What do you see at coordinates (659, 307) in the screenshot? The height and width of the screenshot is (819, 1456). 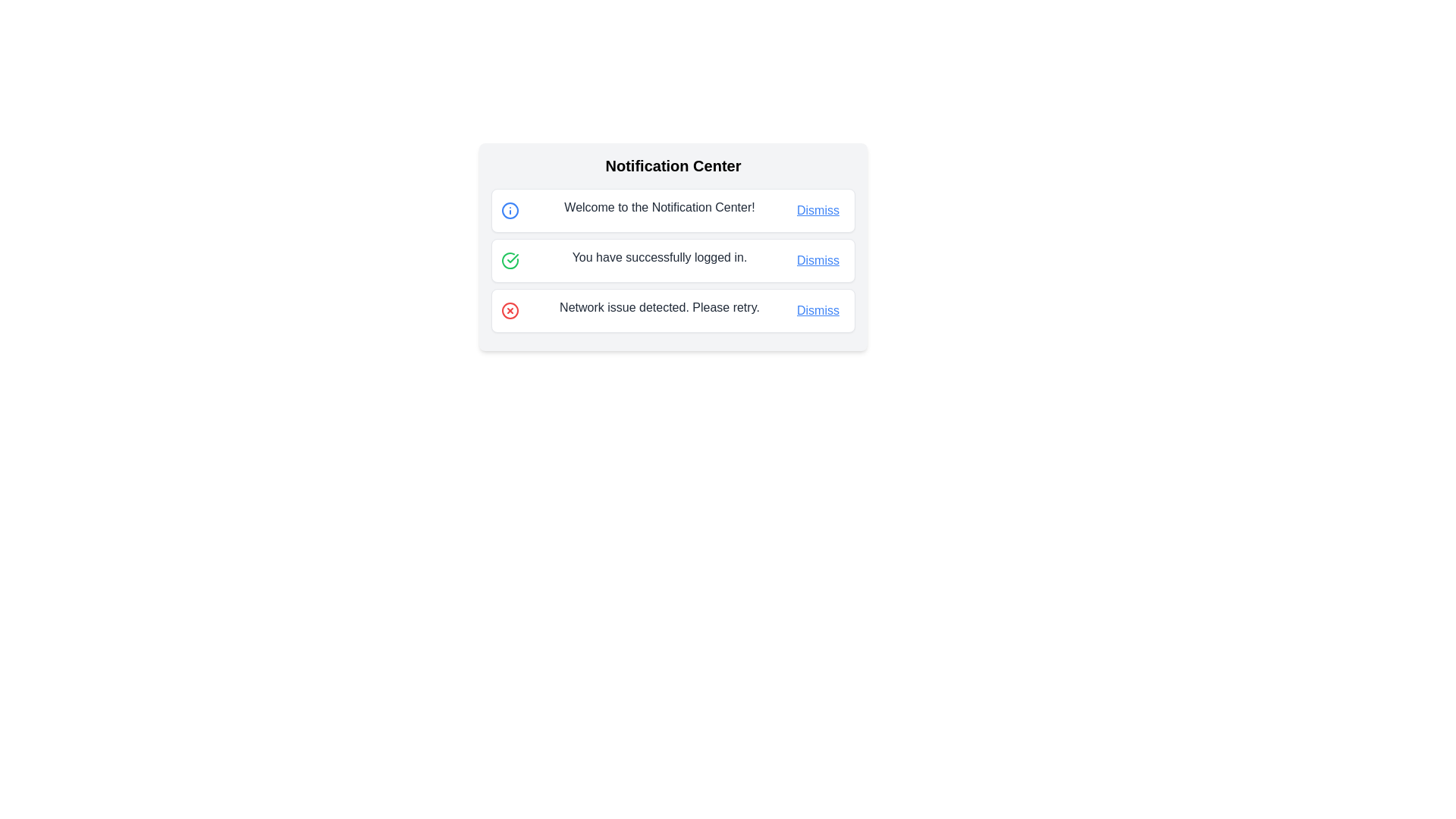 I see `message 'Network issue detected. Please retry.' displayed in dark gray font within the third notification card on the center-right side` at bounding box center [659, 307].